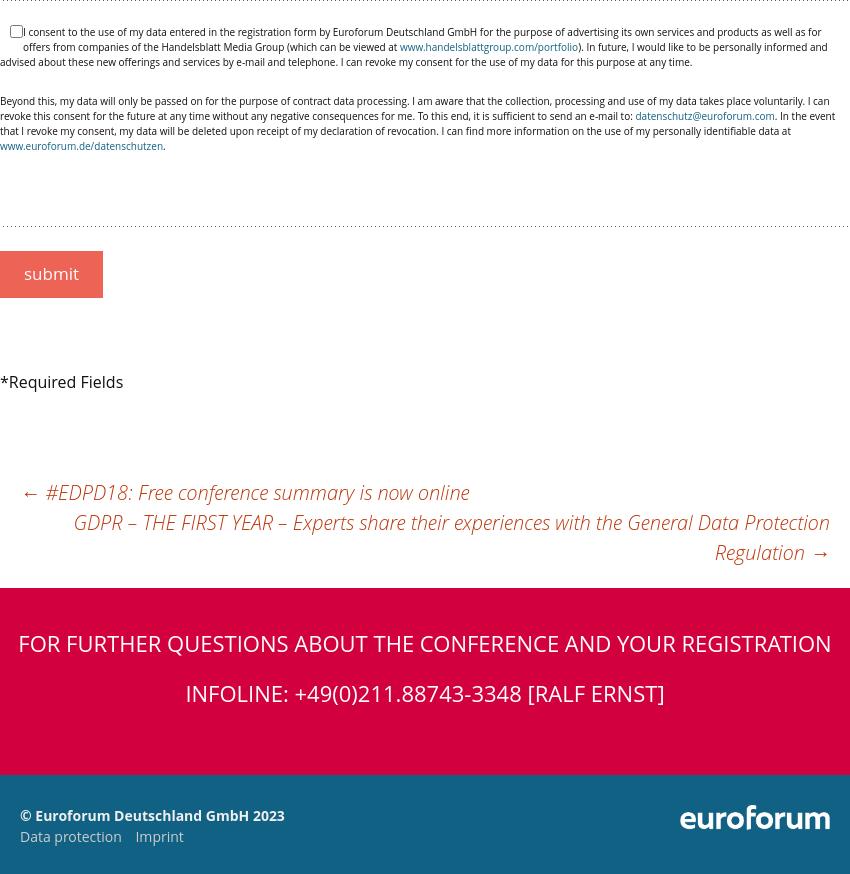  Describe the element at coordinates (81, 145) in the screenshot. I see `'www.euroforum.de/datenschutzen'` at that location.